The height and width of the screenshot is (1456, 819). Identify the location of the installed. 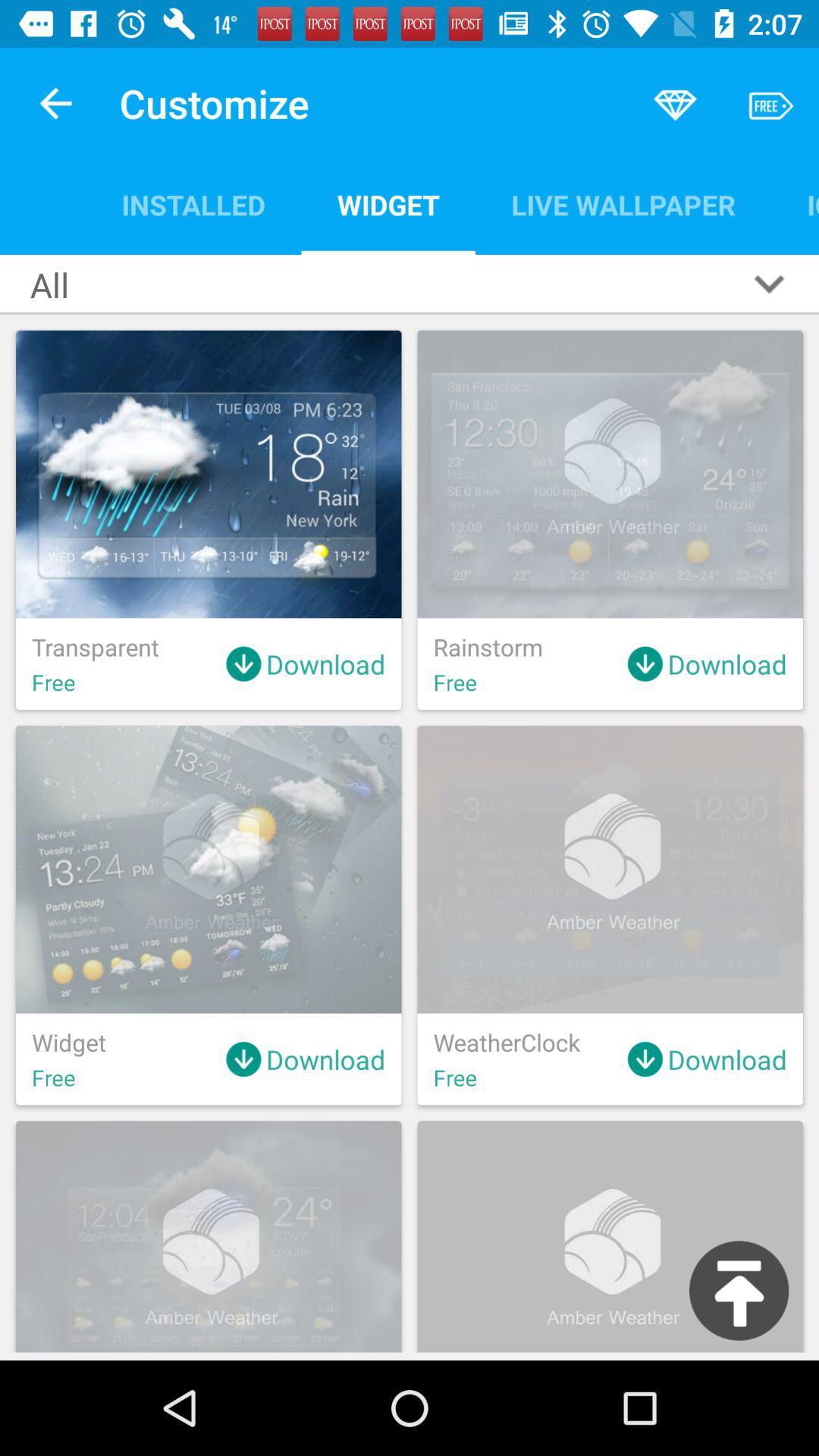
(193, 204).